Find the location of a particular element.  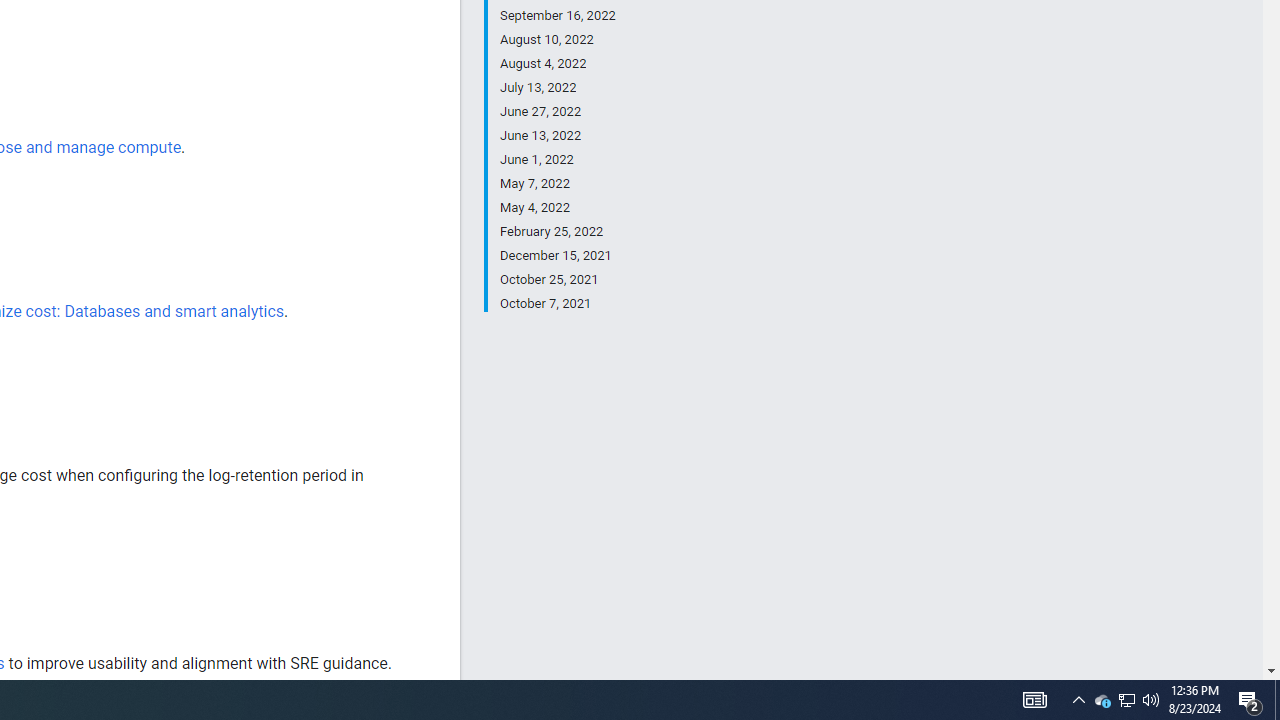

'October 25, 2021' is located at coordinates (557, 280).